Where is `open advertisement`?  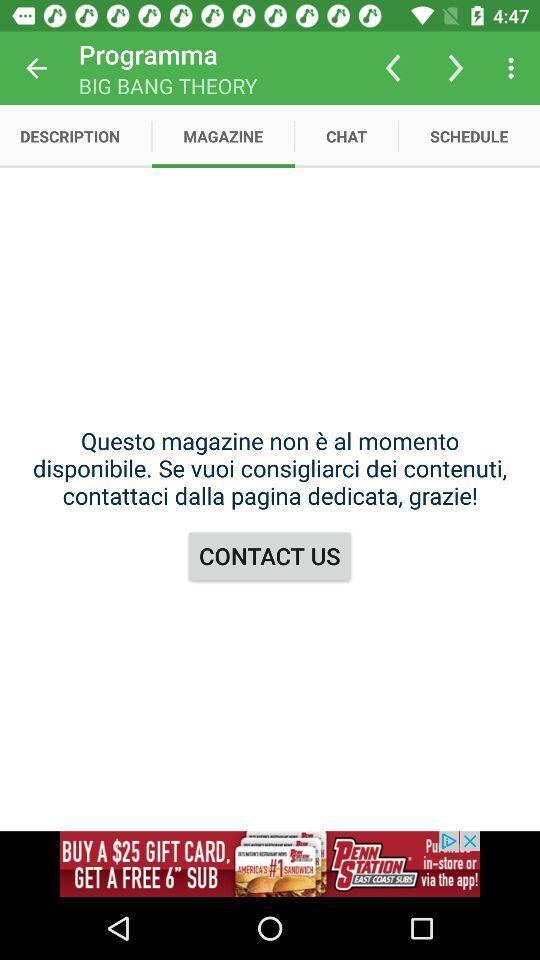 open advertisement is located at coordinates (270, 863).